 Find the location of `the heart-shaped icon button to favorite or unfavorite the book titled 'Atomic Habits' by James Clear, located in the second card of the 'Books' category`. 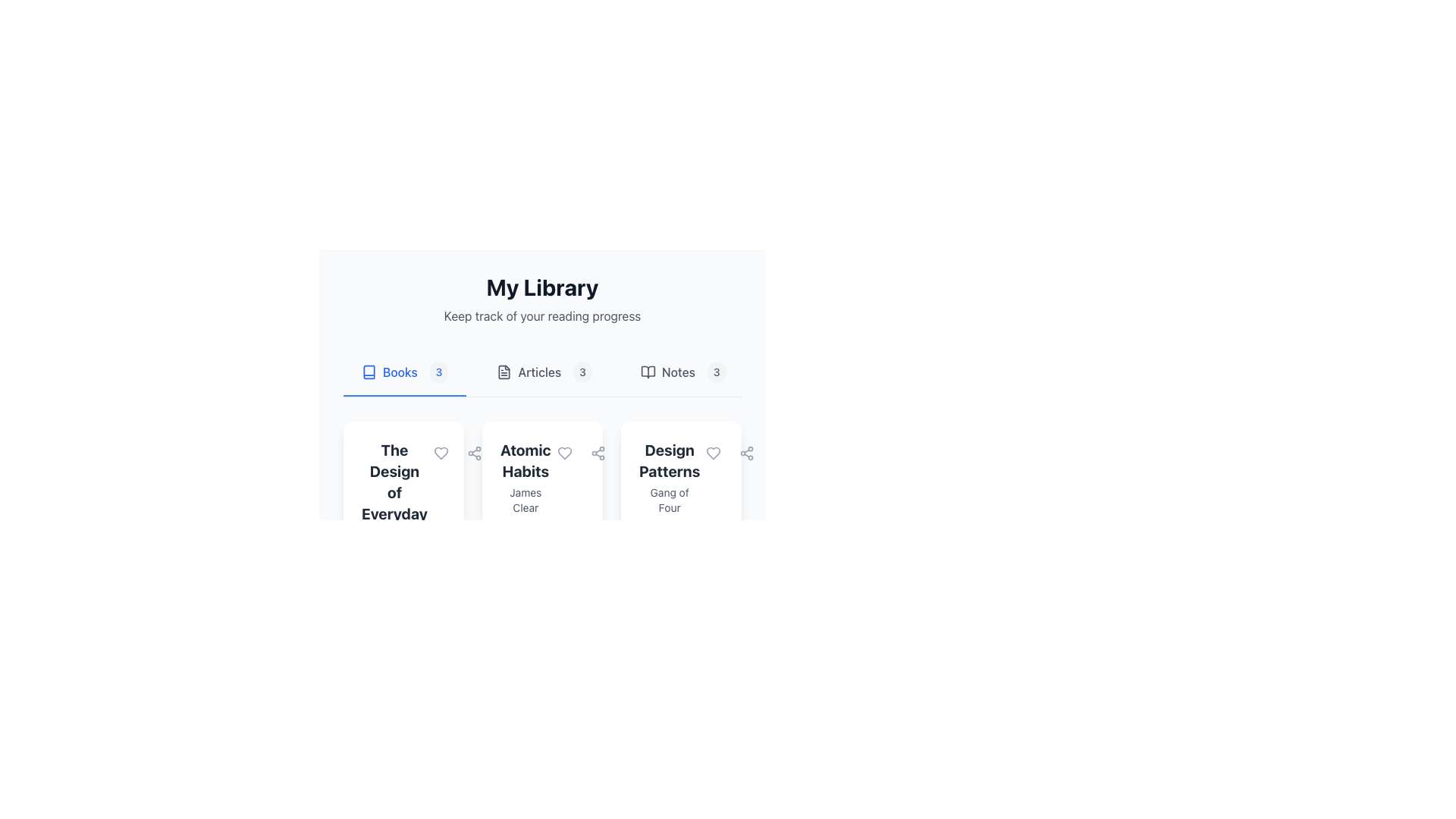

the heart-shaped icon button to favorite or unfavorite the book titled 'Atomic Habits' by James Clear, located in the second card of the 'Books' category is located at coordinates (563, 452).